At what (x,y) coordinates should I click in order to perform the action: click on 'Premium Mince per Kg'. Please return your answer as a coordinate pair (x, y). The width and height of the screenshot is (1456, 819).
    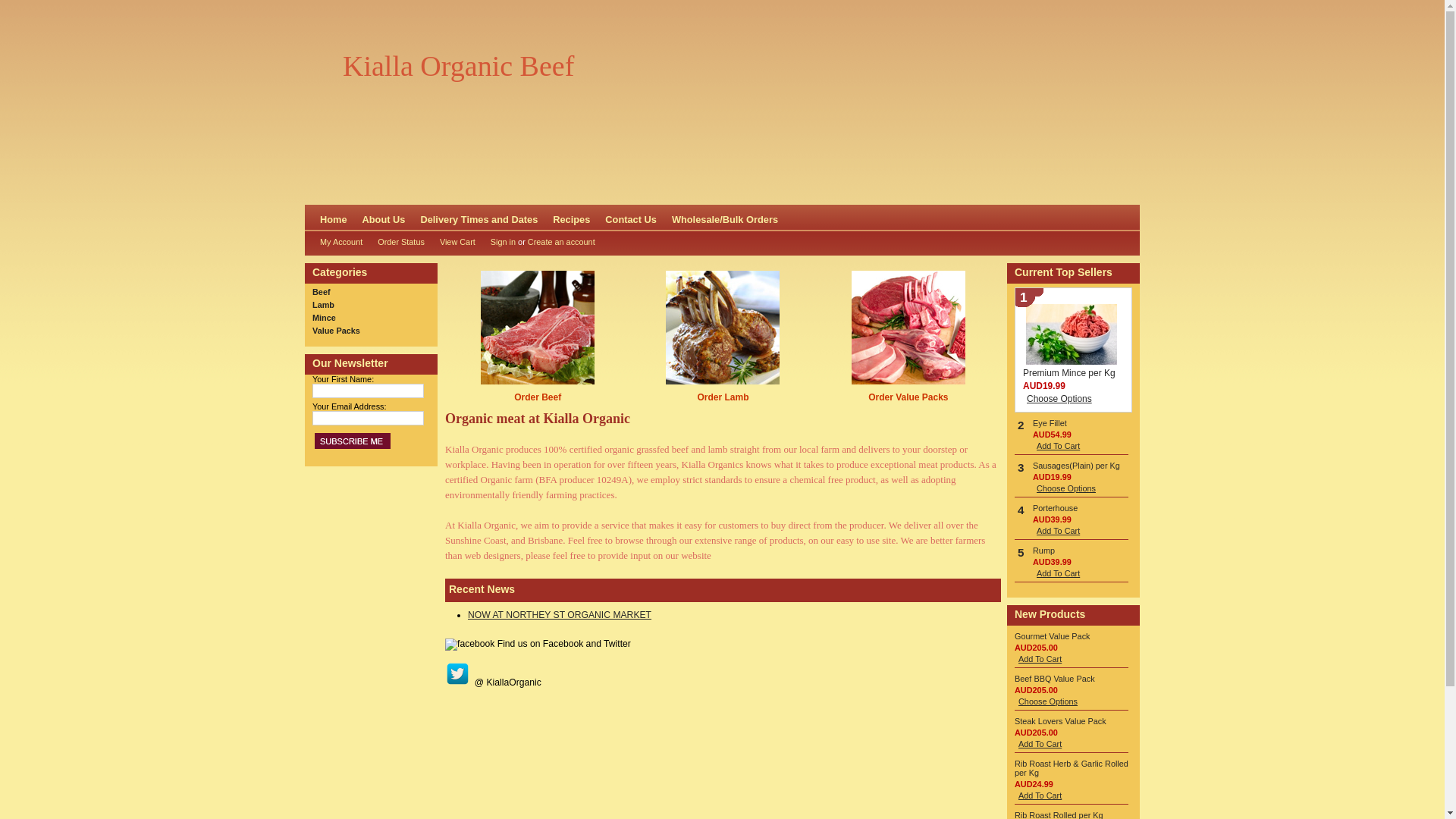
    Looking at the image, I should click on (1068, 373).